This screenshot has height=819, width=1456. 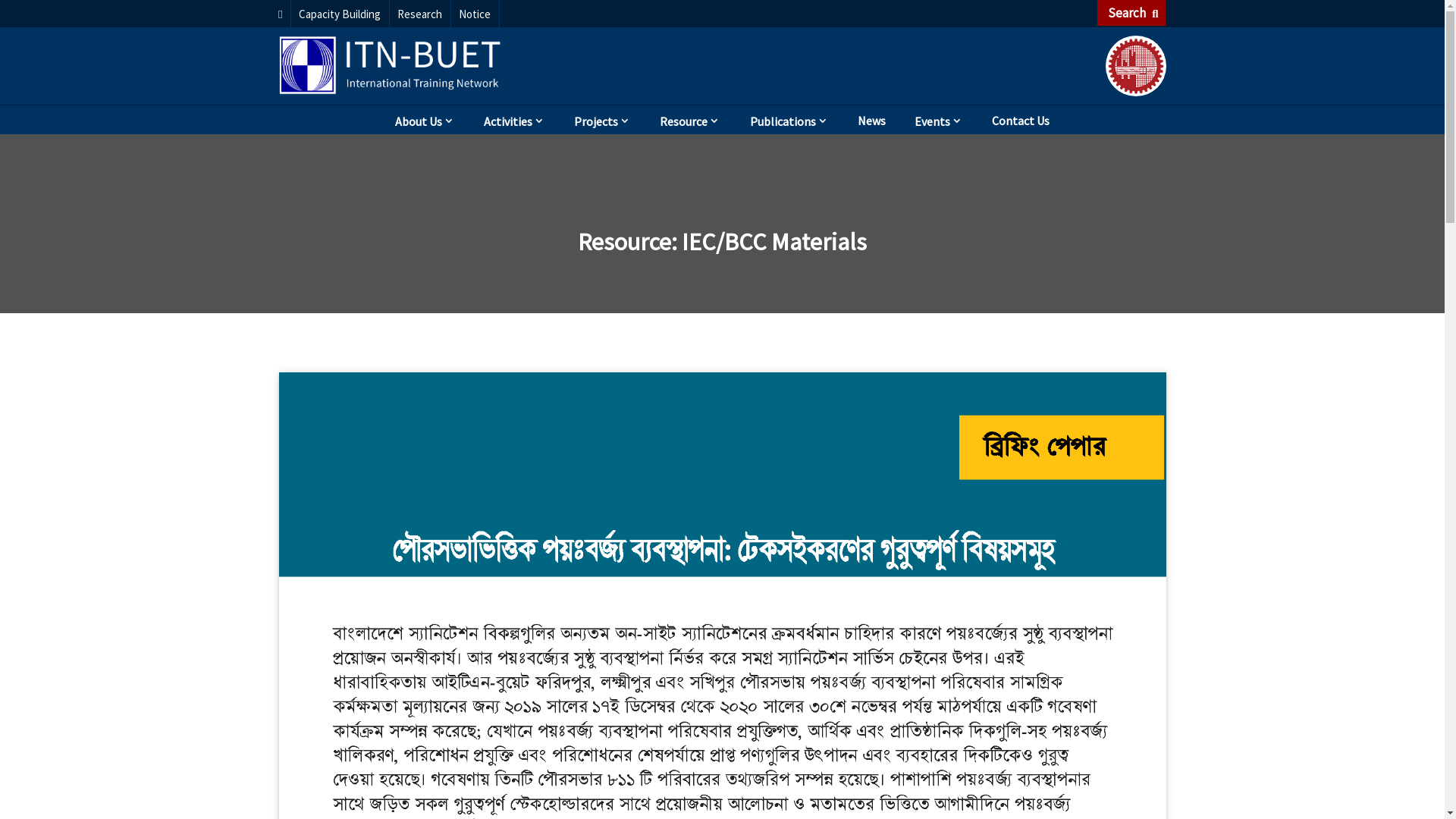 What do you see at coordinates (689, 118) in the screenshot?
I see `'Resource'` at bounding box center [689, 118].